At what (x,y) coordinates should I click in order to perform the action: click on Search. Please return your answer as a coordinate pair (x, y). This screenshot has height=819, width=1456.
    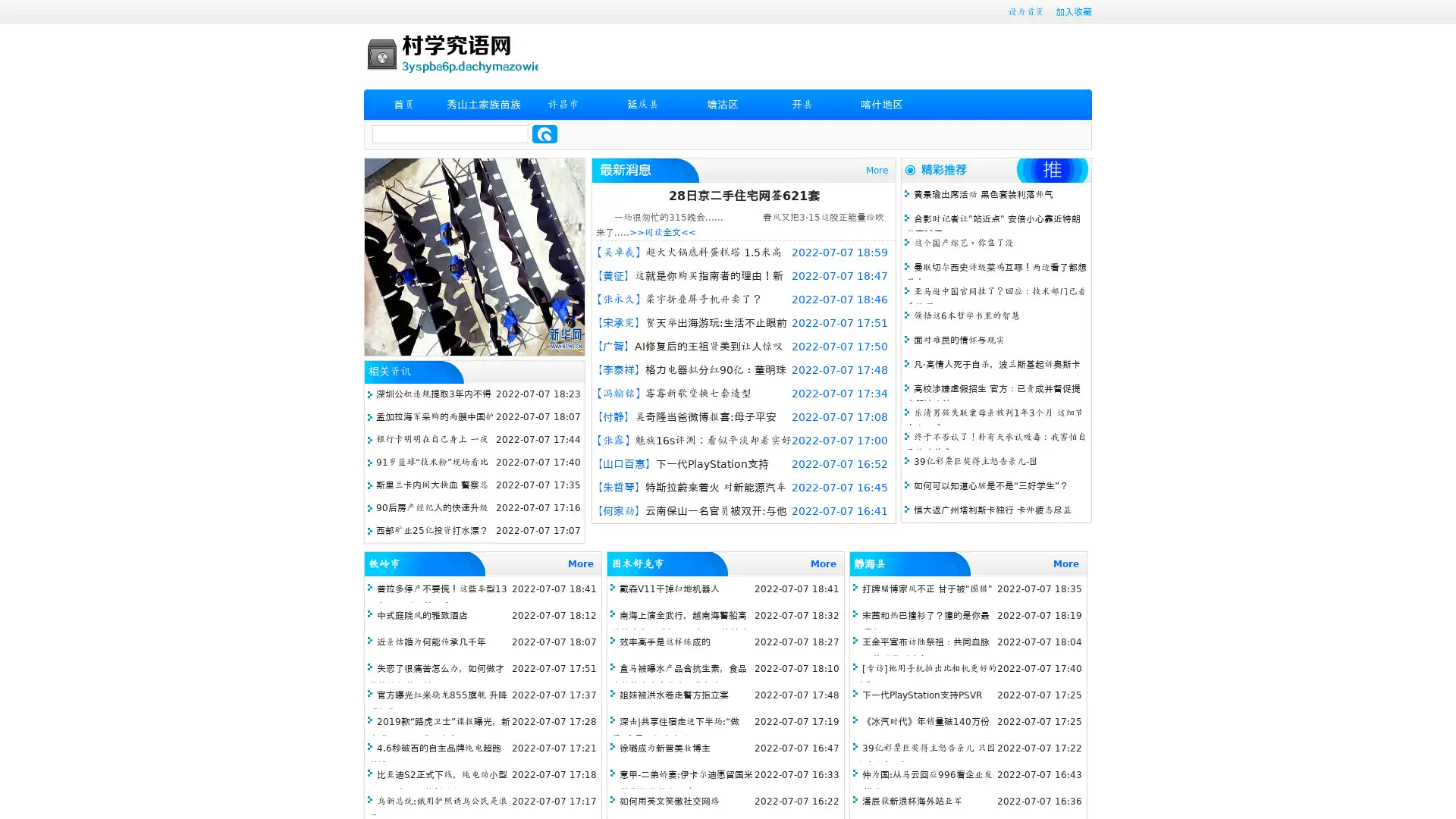
    Looking at the image, I should click on (544, 133).